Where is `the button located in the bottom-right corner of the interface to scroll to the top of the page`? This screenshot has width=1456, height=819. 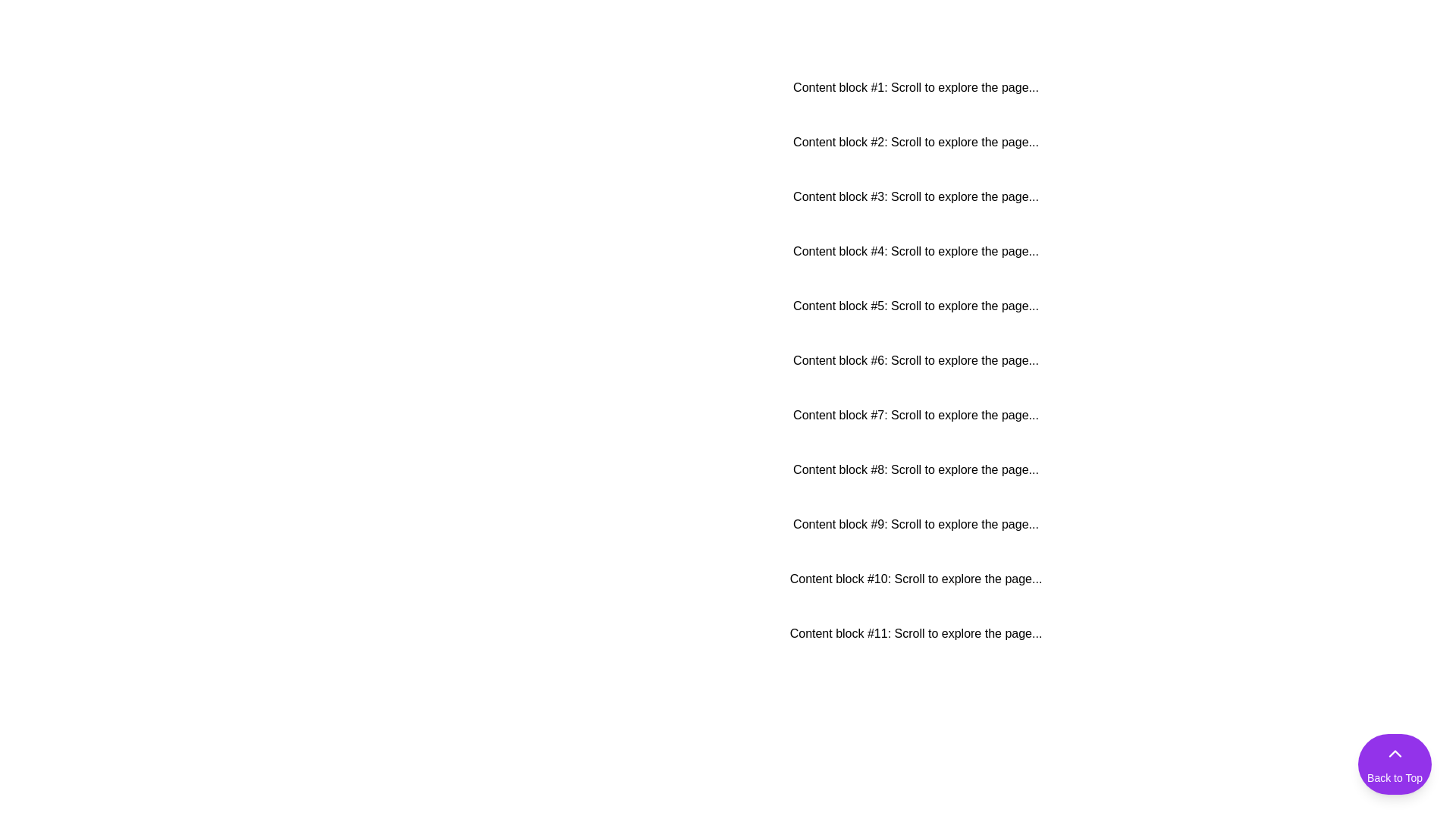 the button located in the bottom-right corner of the interface to scroll to the top of the page is located at coordinates (1395, 764).